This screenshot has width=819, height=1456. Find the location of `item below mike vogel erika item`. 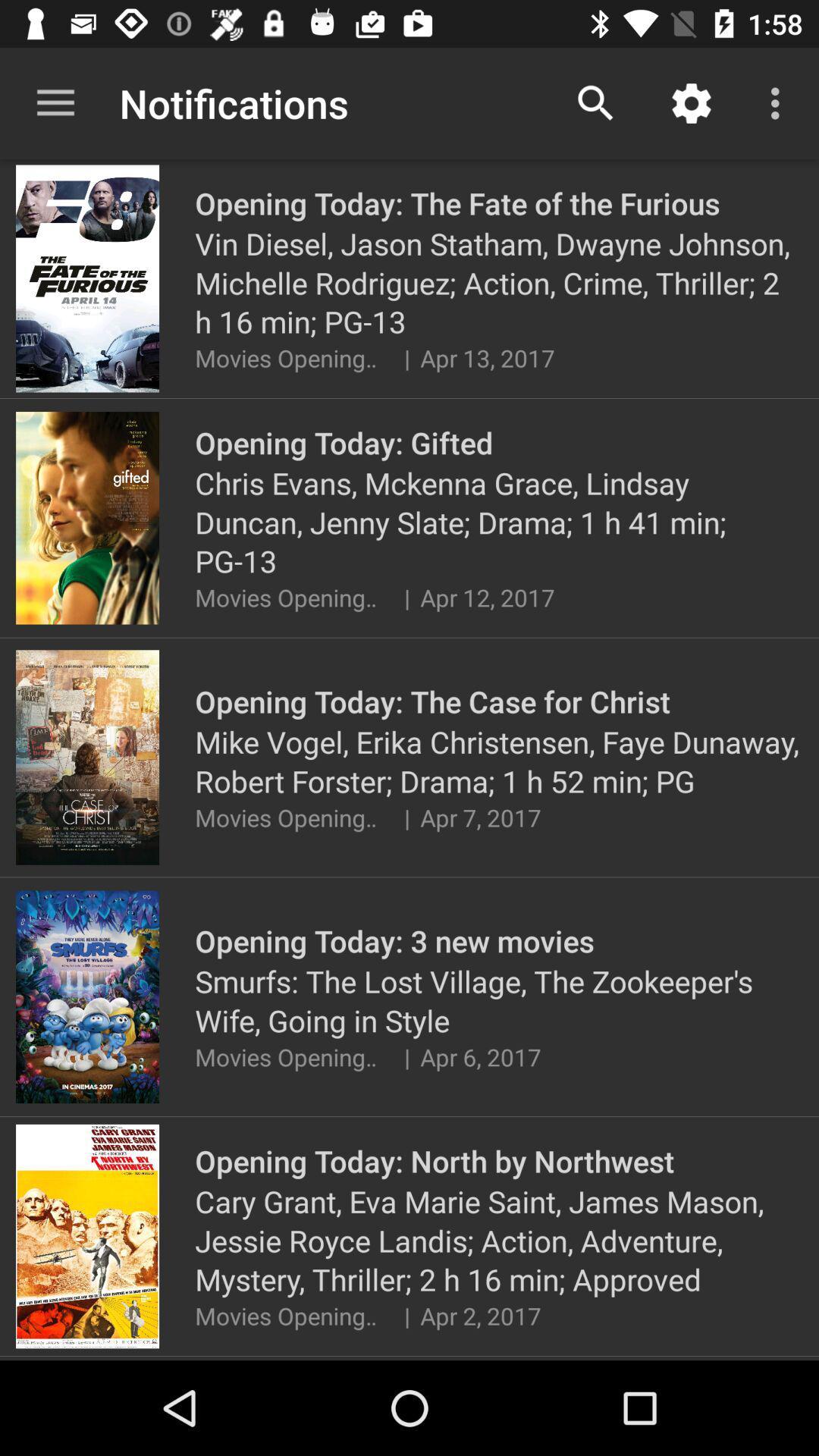

item below mike vogel erika item is located at coordinates (406, 817).